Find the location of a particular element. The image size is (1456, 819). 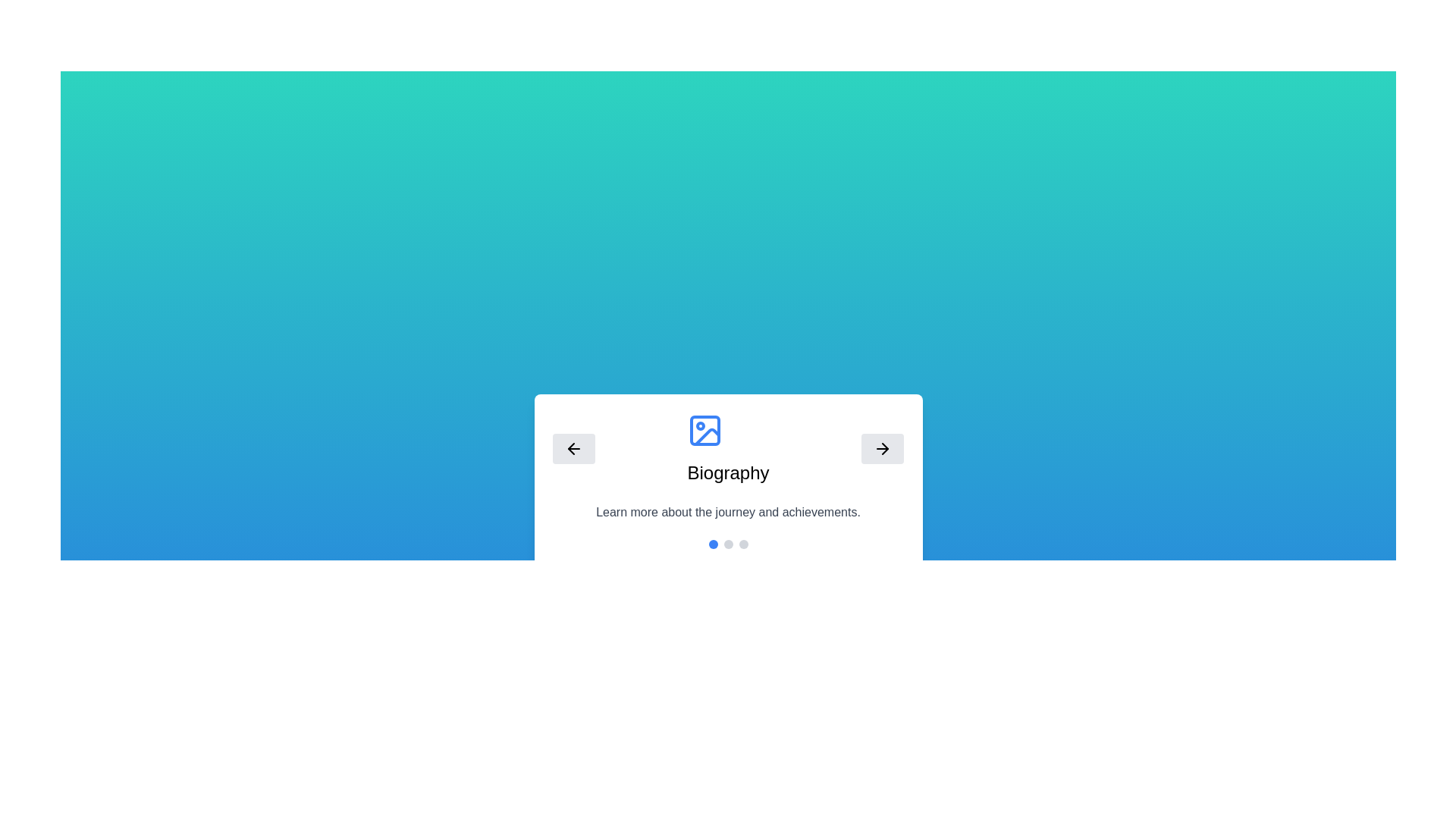

the description text of the current stage is located at coordinates (728, 512).